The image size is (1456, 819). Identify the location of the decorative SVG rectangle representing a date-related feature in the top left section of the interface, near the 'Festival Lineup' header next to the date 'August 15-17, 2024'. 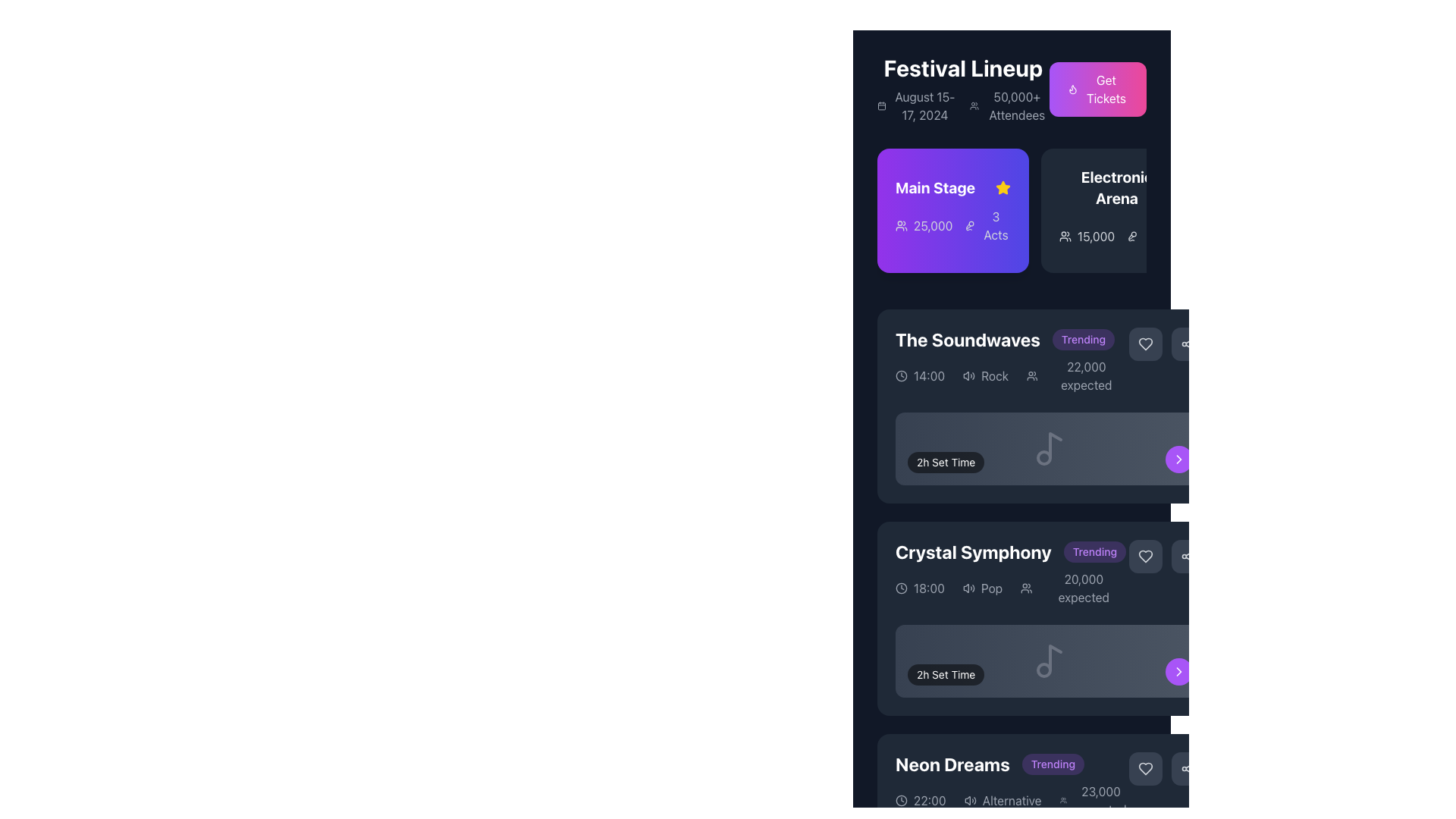
(882, 105).